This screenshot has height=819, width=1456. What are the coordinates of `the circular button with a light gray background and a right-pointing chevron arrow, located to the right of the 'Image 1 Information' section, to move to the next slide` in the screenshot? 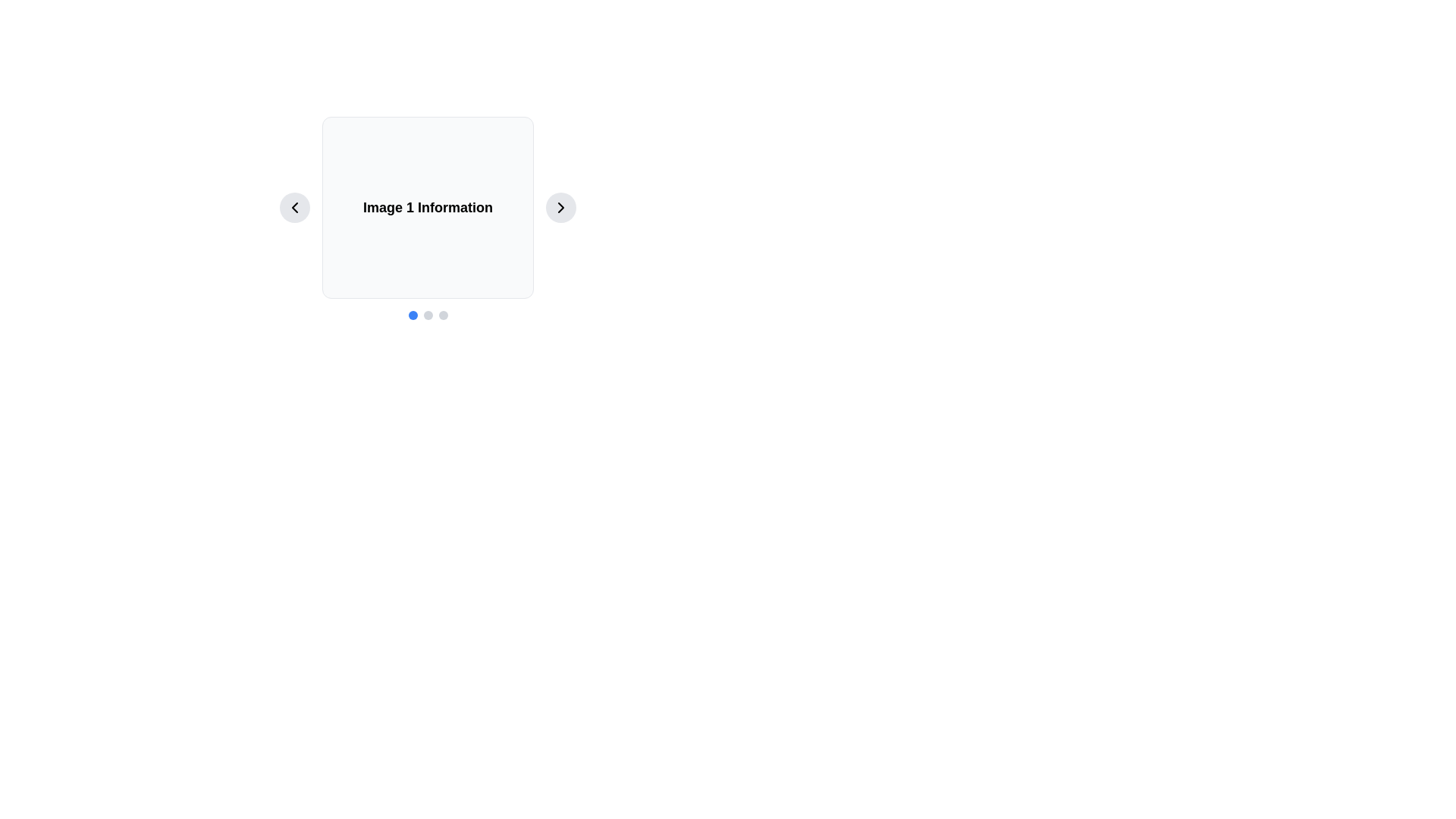 It's located at (560, 207).